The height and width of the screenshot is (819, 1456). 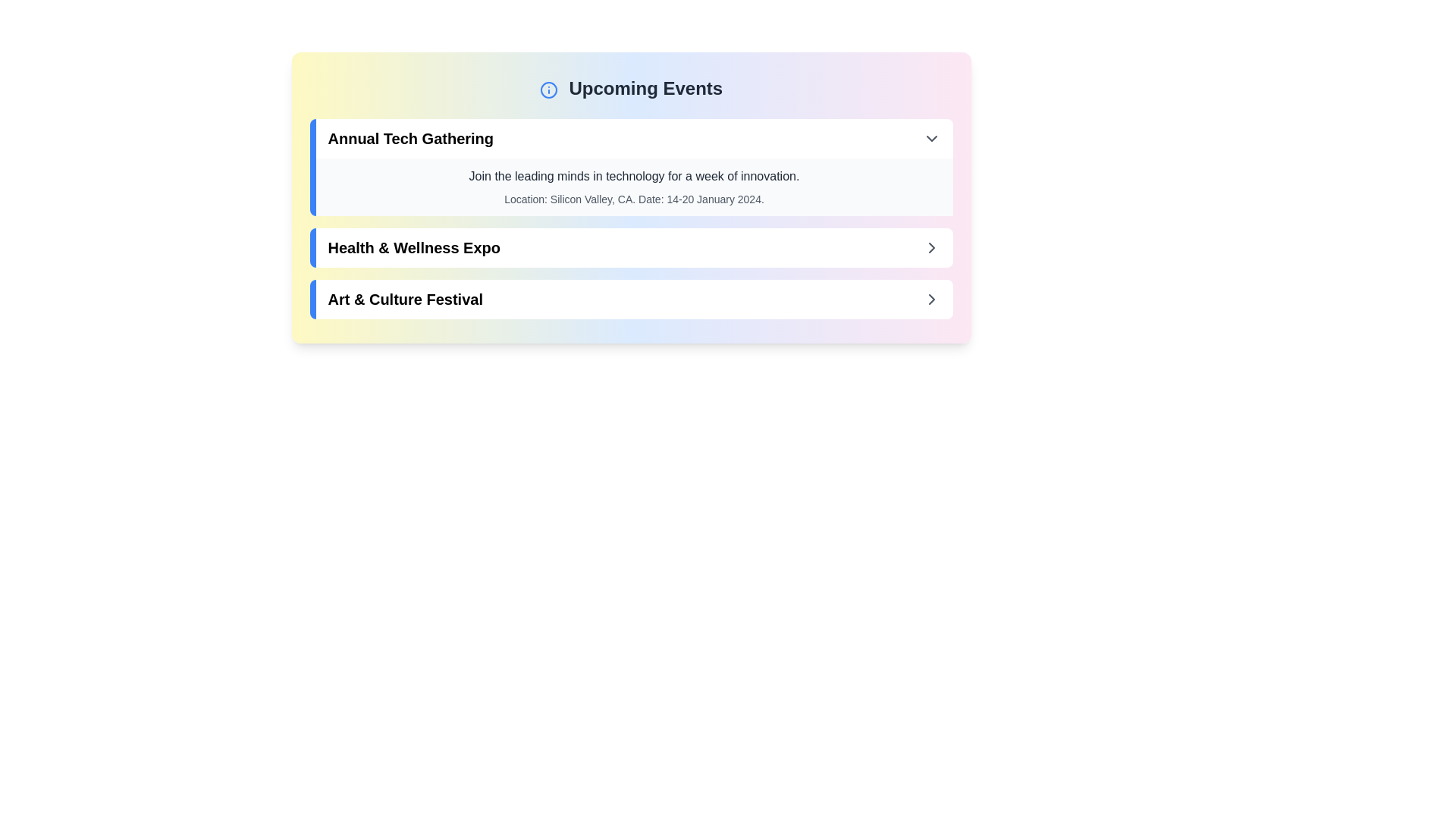 I want to click on the 'Health & Wellness Expo' button-like list item, so click(x=631, y=247).